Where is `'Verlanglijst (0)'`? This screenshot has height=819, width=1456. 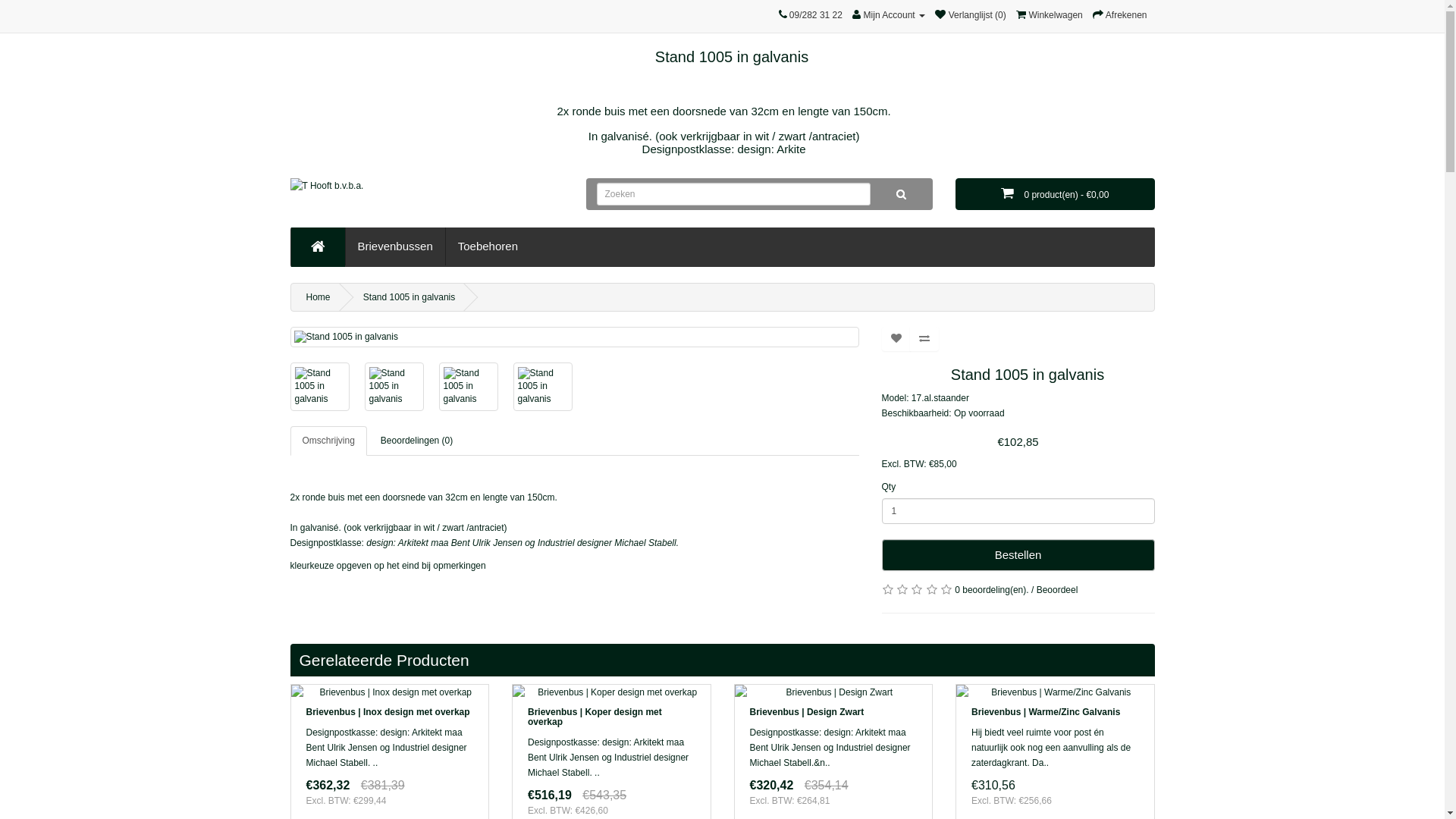 'Verlanglijst (0)' is located at coordinates (969, 14).